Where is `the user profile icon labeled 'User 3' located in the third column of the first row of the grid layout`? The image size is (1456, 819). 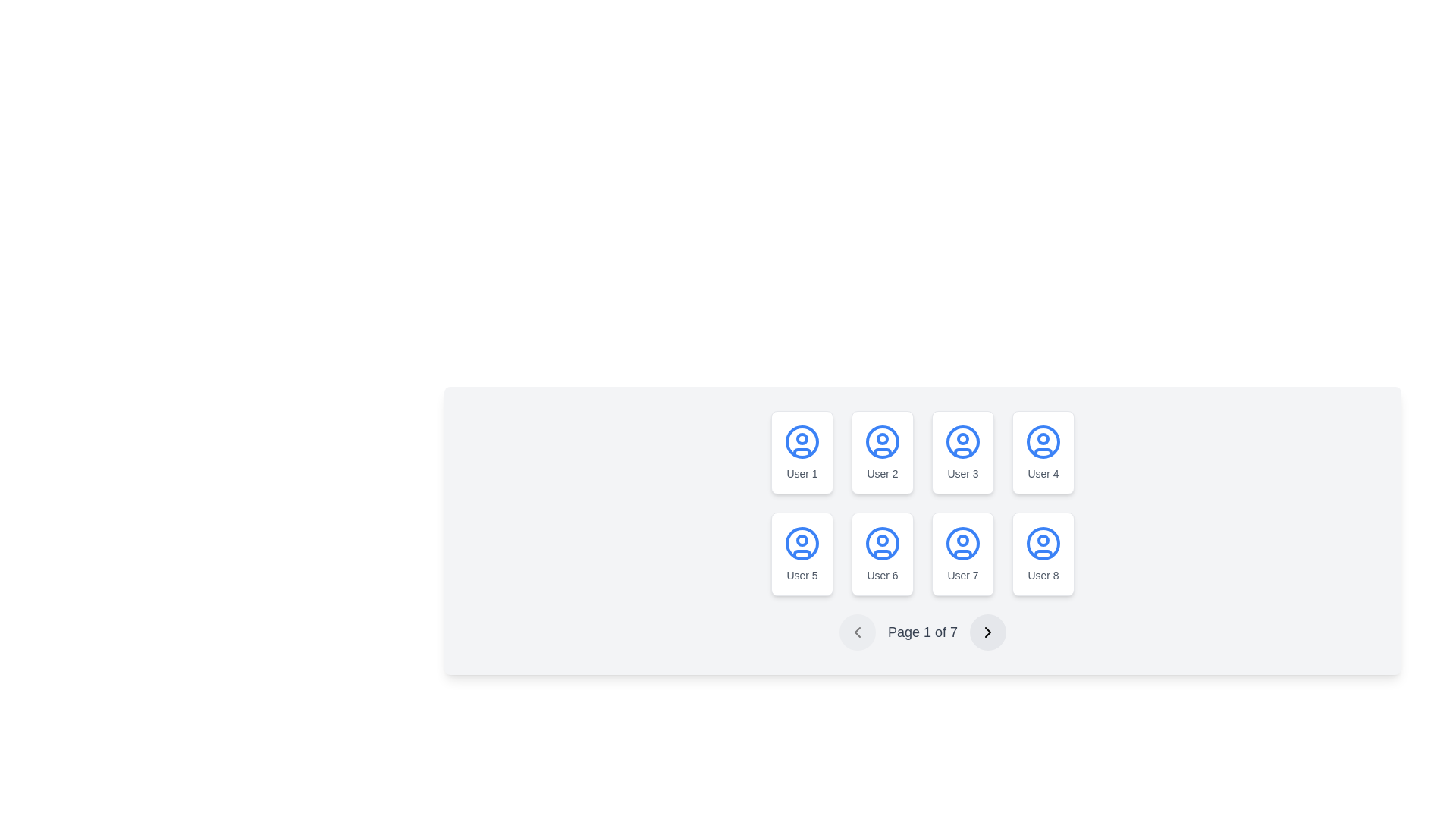 the user profile icon labeled 'User 3' located in the third column of the first row of the grid layout is located at coordinates (962, 441).